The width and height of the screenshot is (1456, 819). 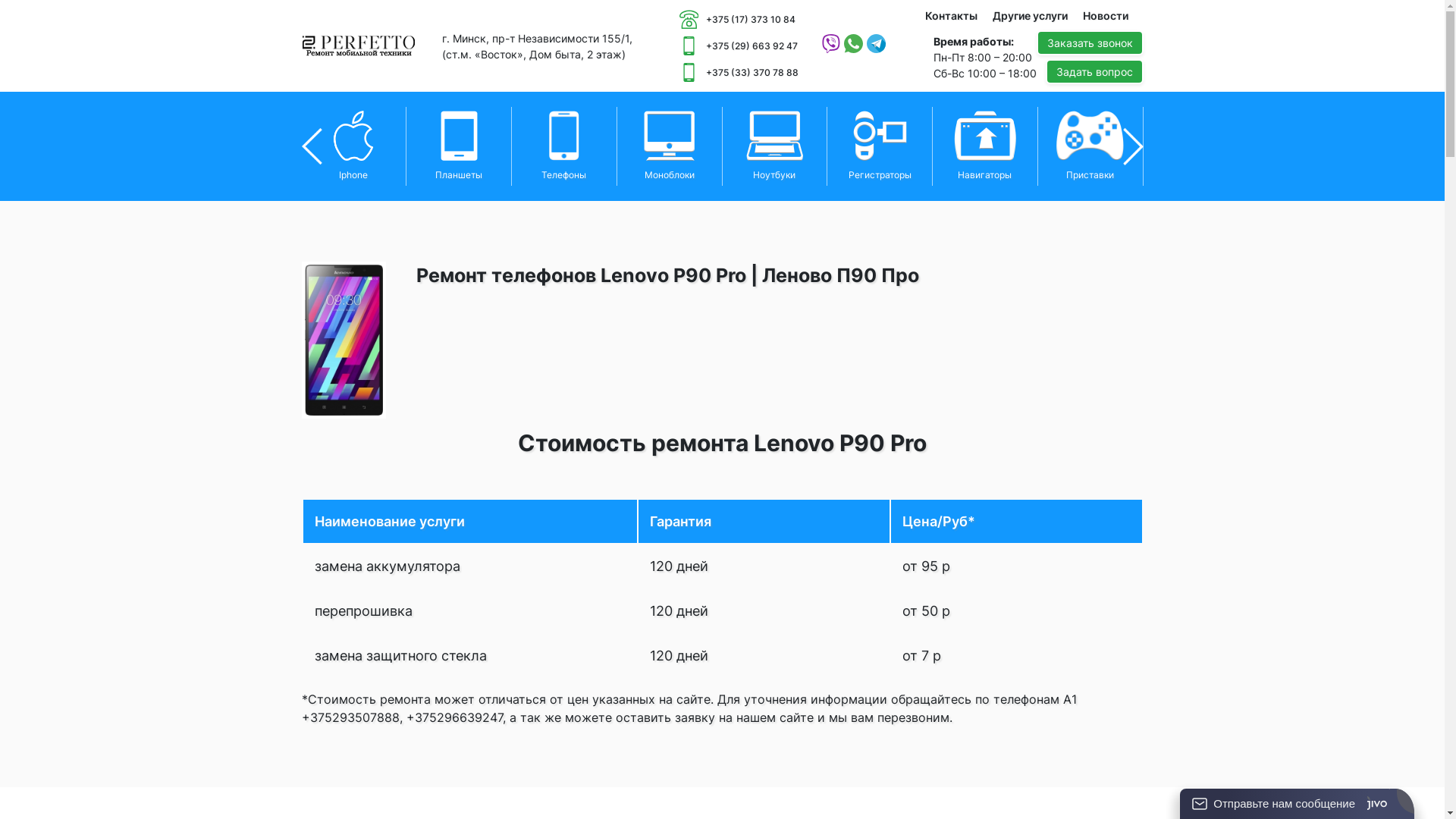 What do you see at coordinates (739, 45) in the screenshot?
I see `'+375 (29) 663 92 47'` at bounding box center [739, 45].